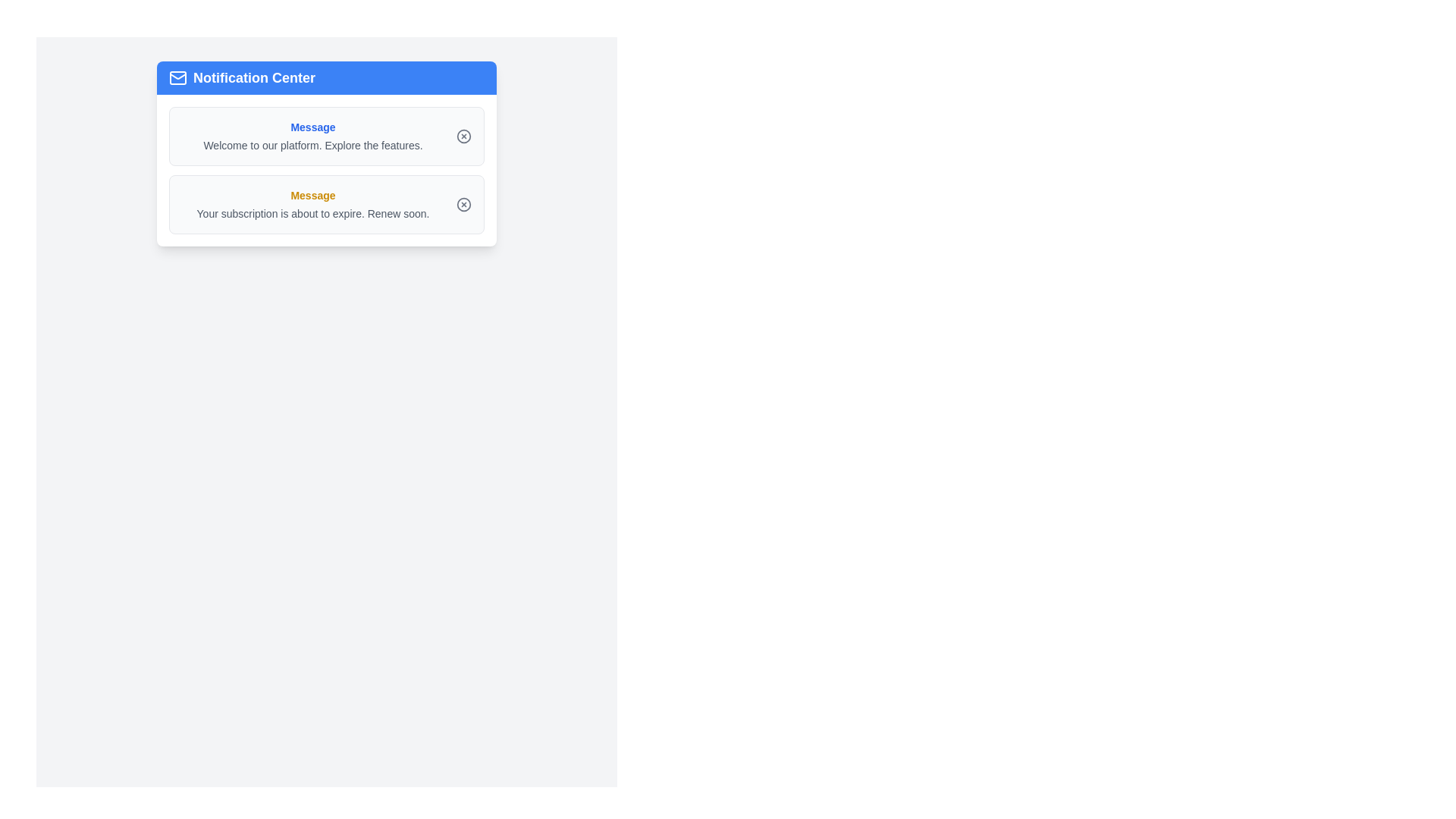  Describe the element at coordinates (178, 76) in the screenshot. I see `on the curved line of the envelope icon located near the top-left corner of the interface, which is part of the Notification Center title` at that location.